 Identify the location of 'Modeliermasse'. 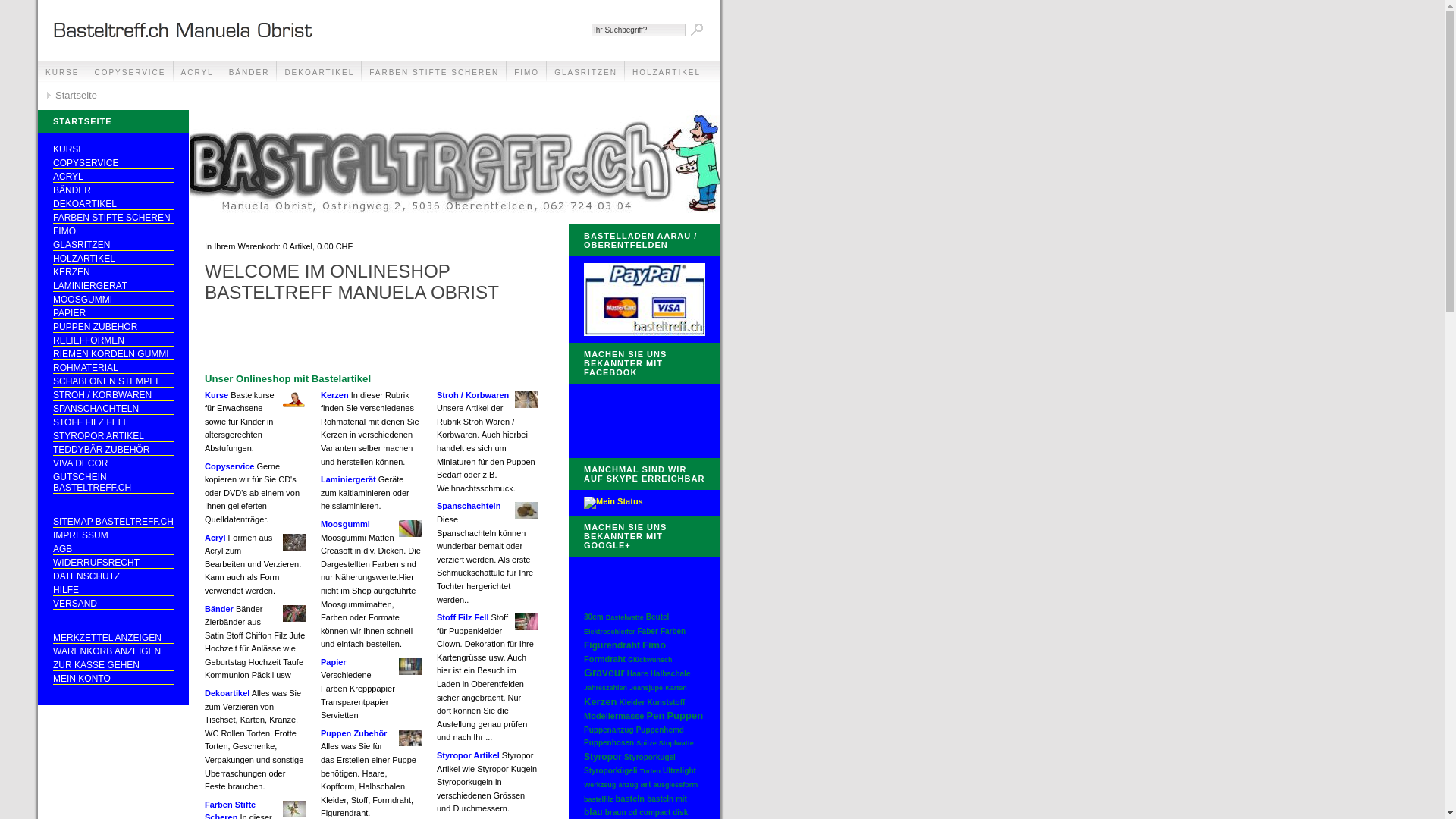
(613, 716).